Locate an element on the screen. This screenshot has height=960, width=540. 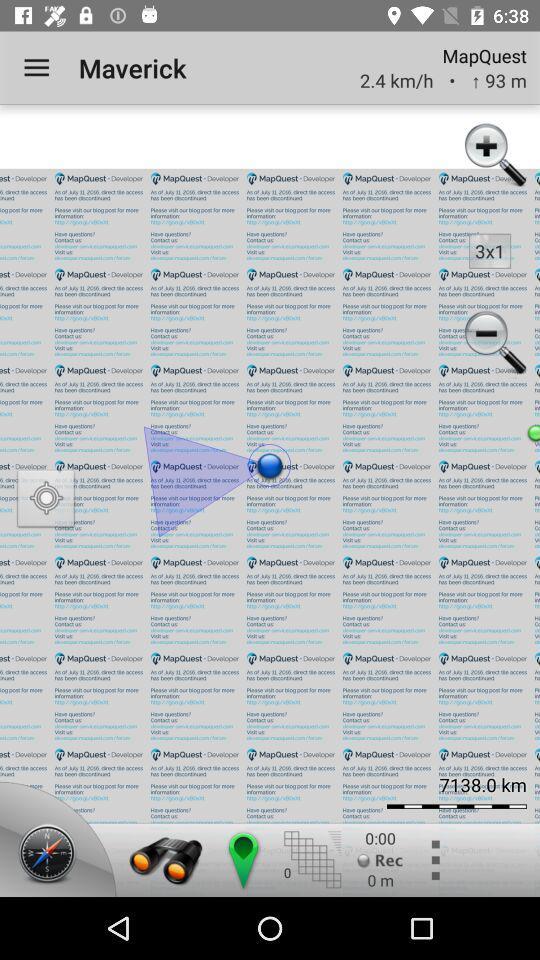
icon next to maverick app is located at coordinates (36, 68).